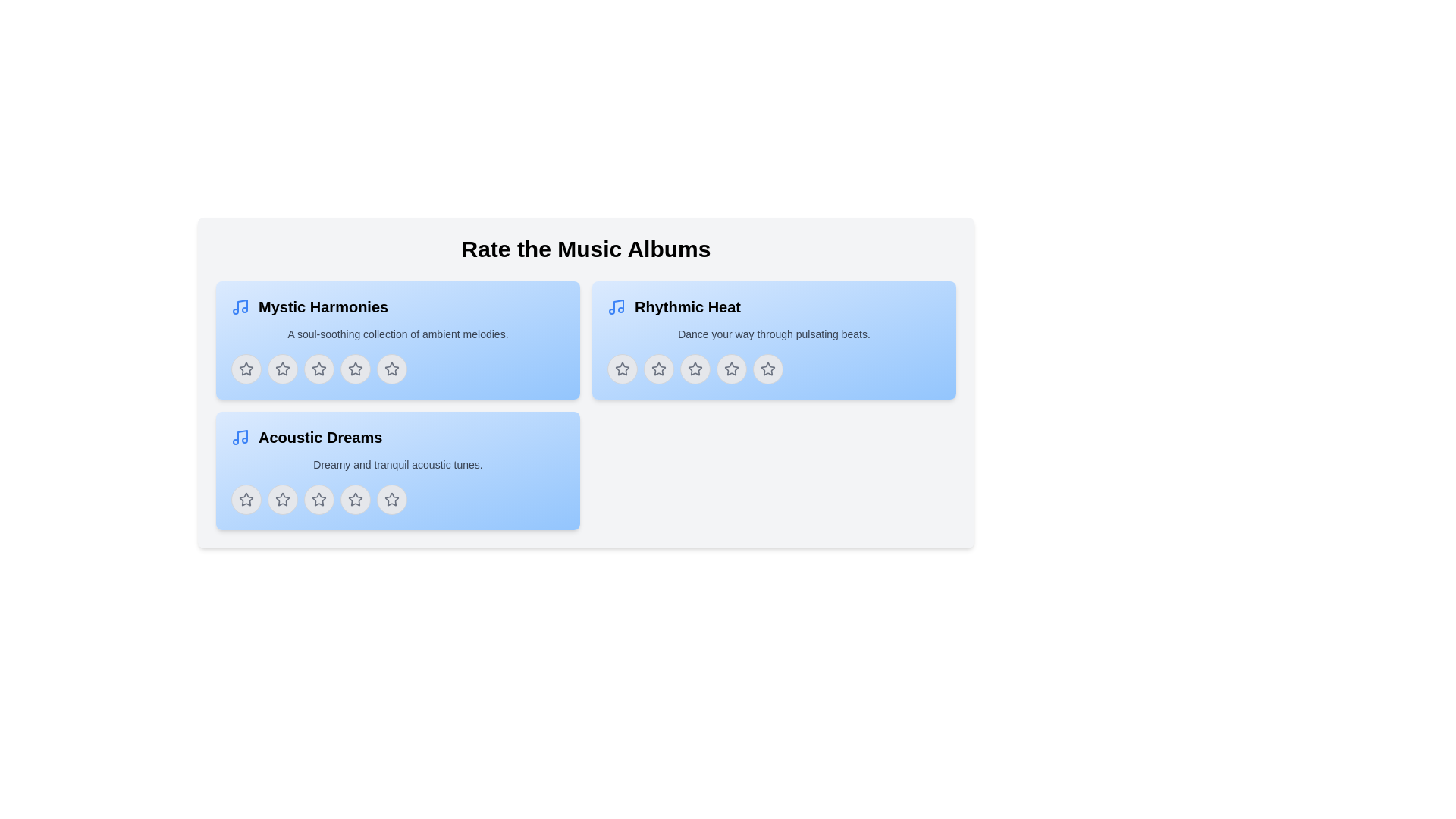 The image size is (1456, 819). I want to click on the decorative icon representing the 'Acoustic Dreams' album, located at the top-left corner of the album card, adjacent to the album title, so click(239, 438).